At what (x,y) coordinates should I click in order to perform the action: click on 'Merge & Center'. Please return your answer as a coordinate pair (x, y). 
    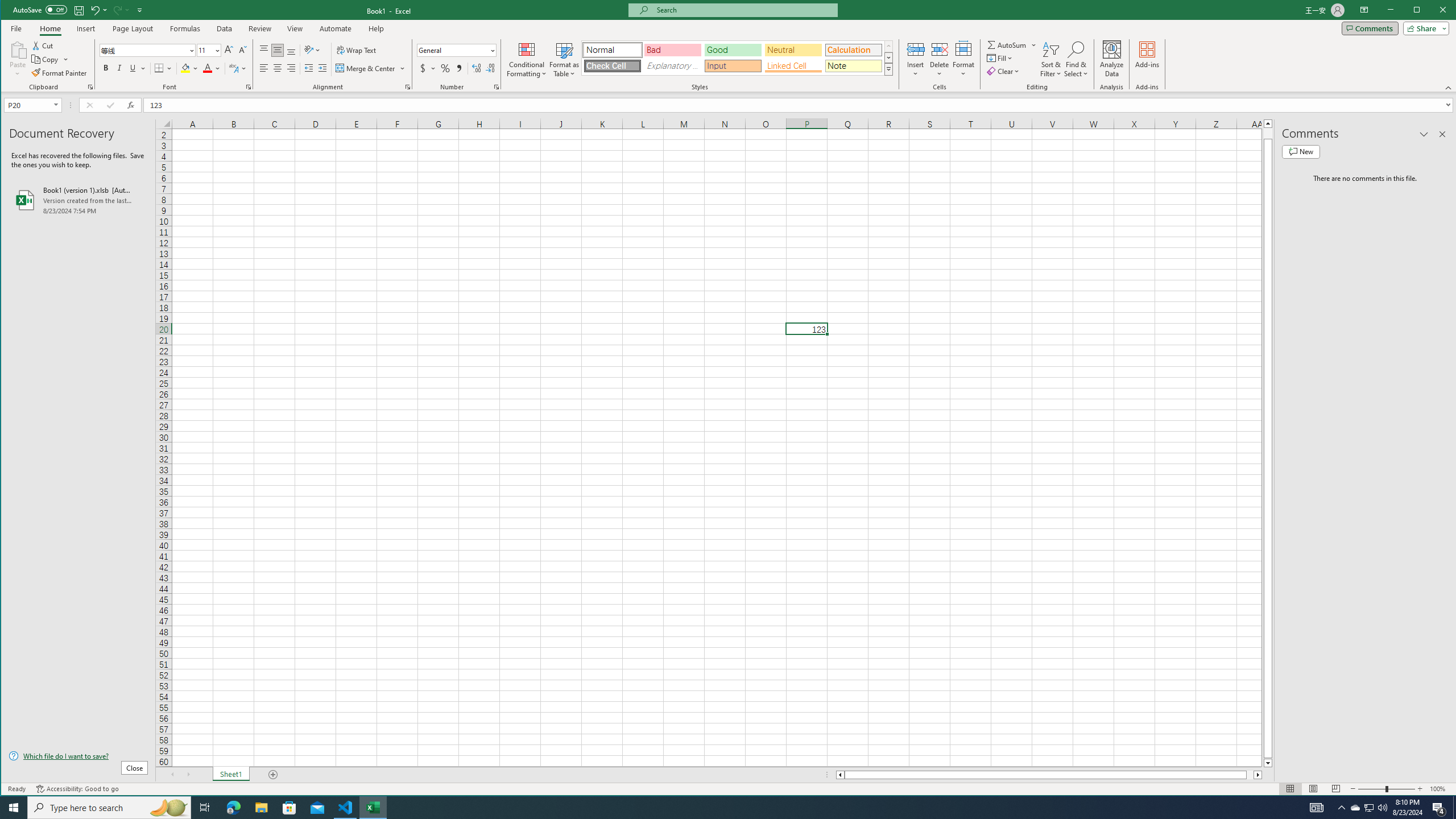
    Looking at the image, I should click on (366, 68).